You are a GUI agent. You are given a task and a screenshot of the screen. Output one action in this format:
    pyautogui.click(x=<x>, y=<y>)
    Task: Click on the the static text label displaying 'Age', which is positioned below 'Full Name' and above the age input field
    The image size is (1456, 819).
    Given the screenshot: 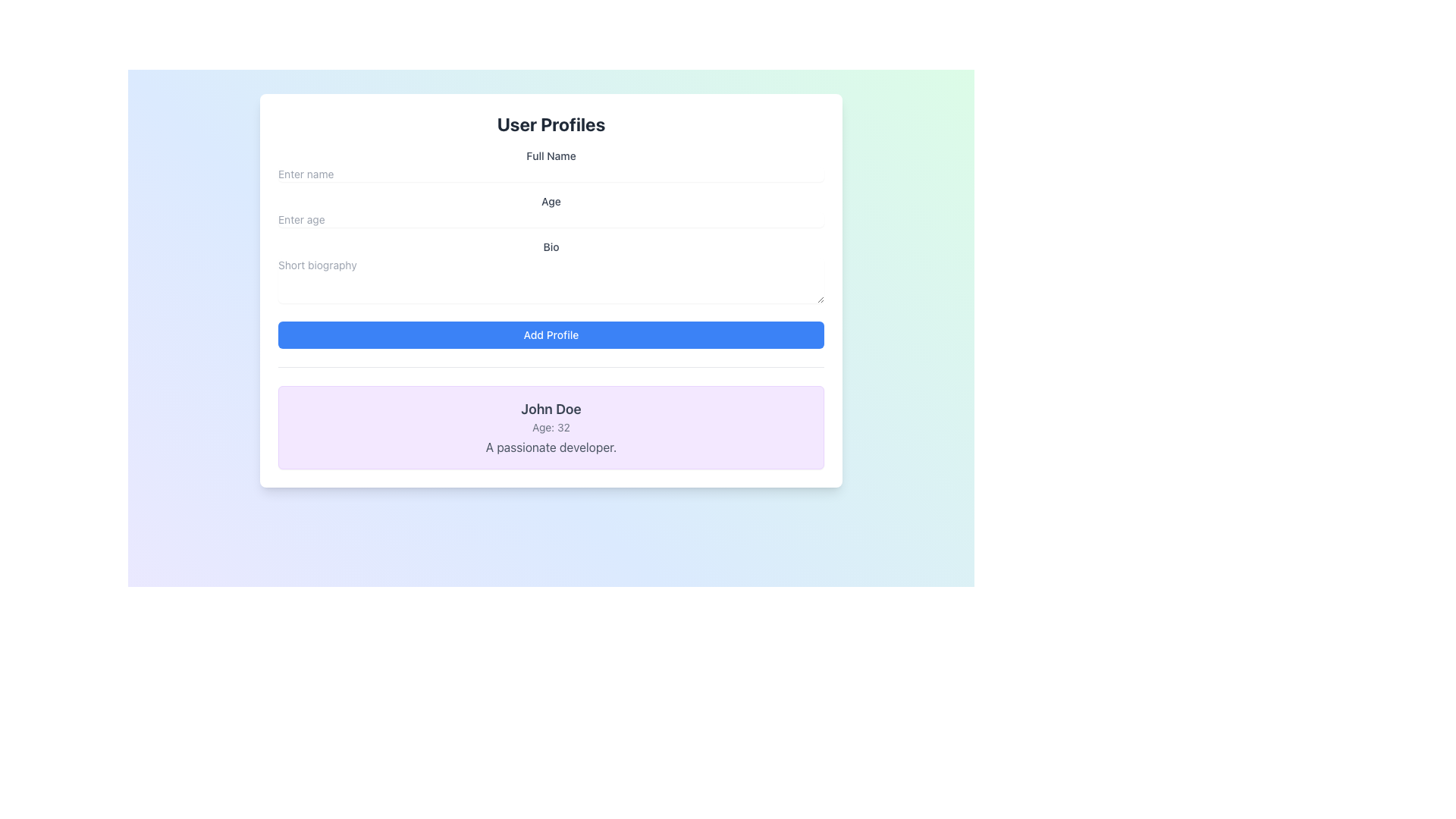 What is the action you would take?
    pyautogui.click(x=550, y=210)
    